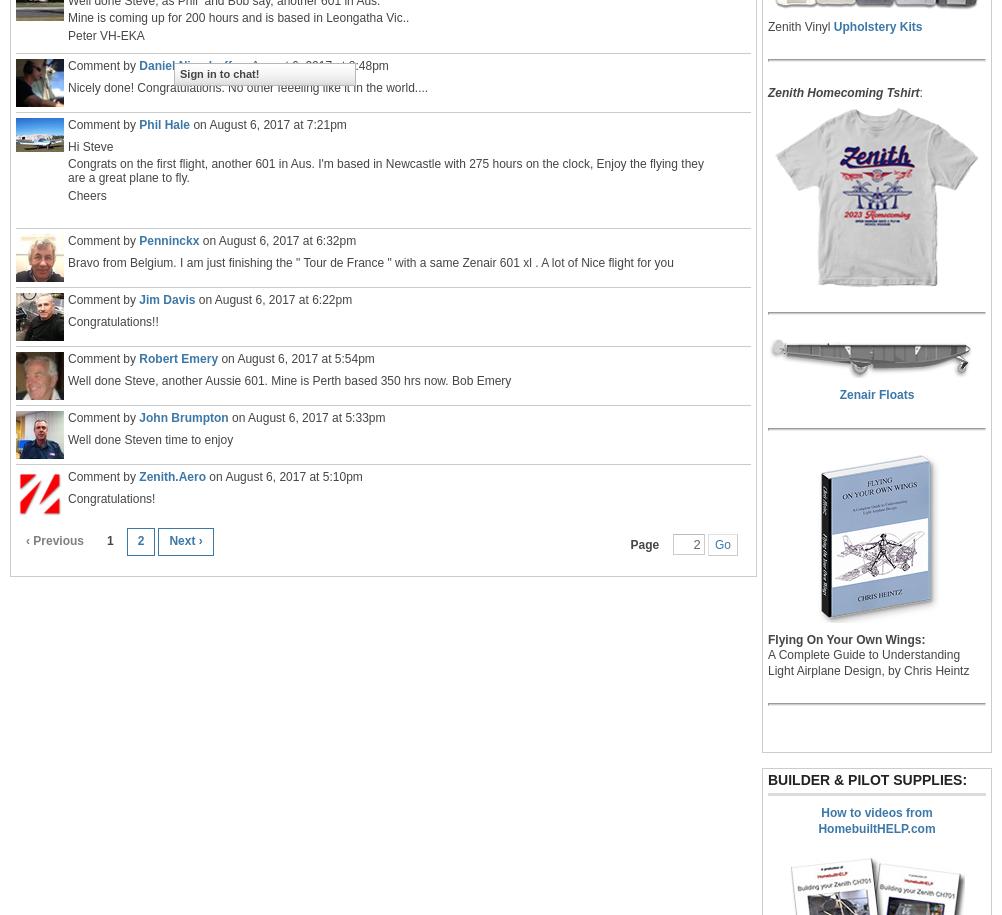 This screenshot has height=915, width=1002. Describe the element at coordinates (185, 64) in the screenshot. I see `'Daniel Niendorff'` at that location.